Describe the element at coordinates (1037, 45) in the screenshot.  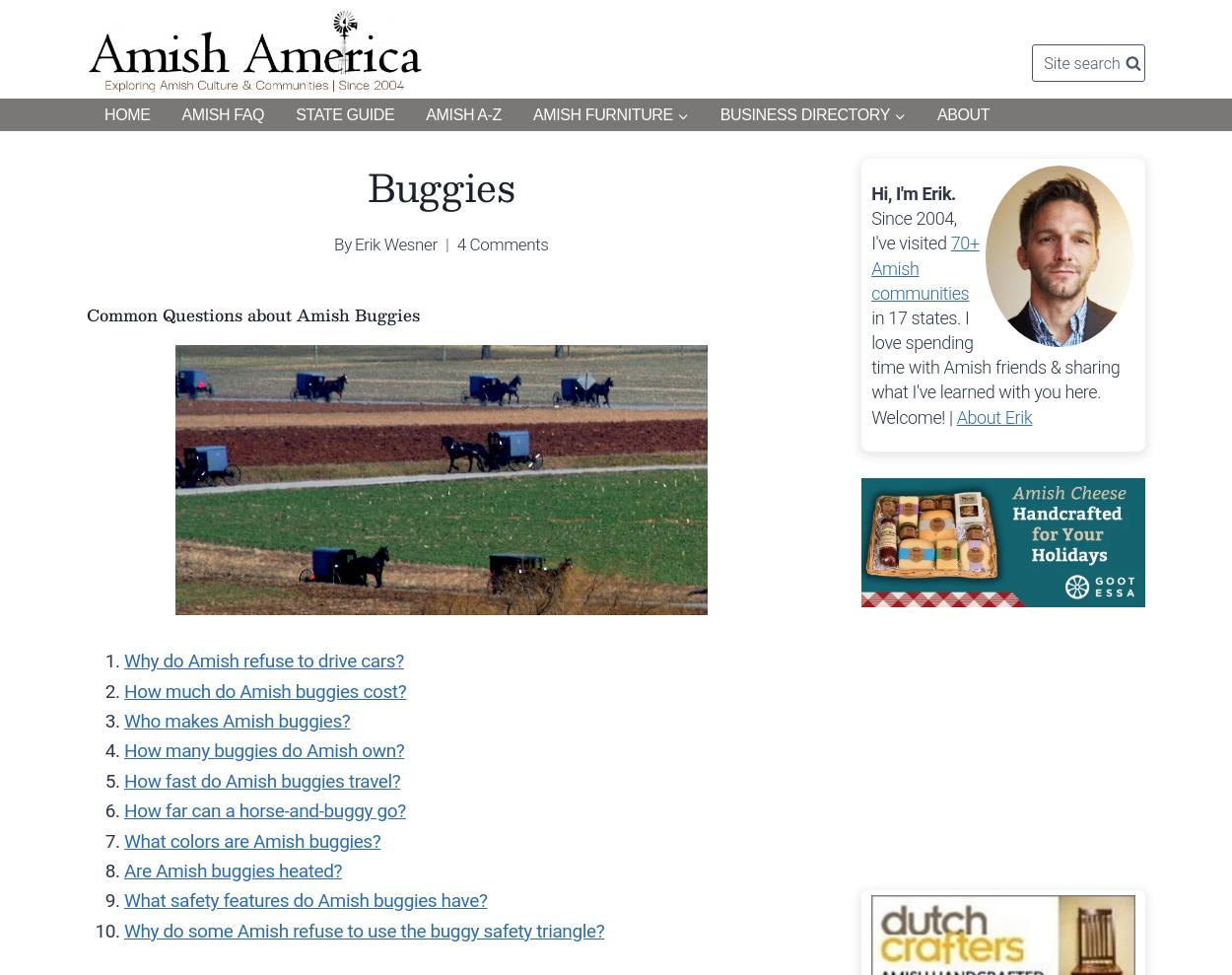
I see `'Sign up'` at that location.